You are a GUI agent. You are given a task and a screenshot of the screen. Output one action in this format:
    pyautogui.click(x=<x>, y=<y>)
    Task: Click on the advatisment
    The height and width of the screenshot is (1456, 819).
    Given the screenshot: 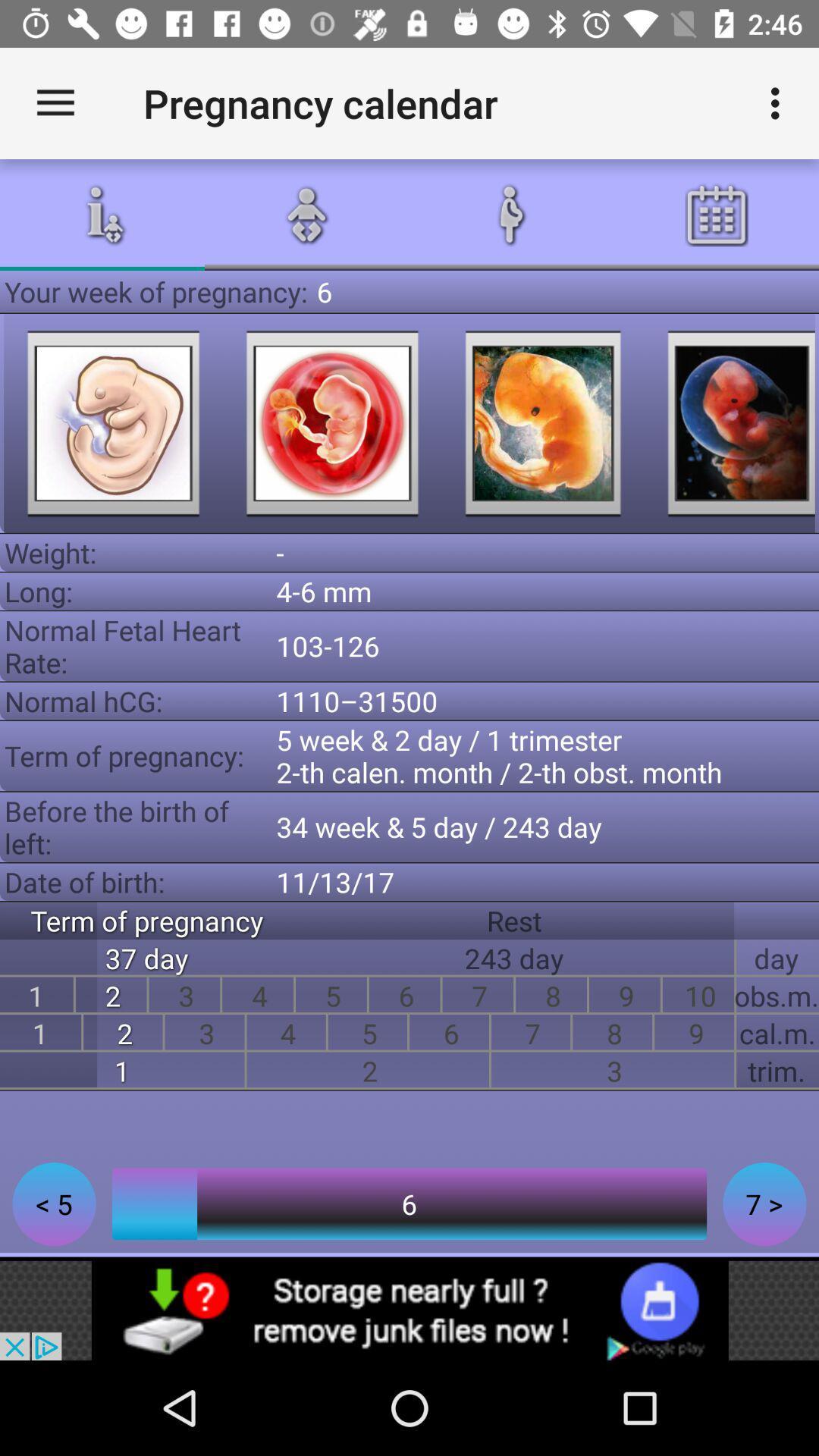 What is the action you would take?
    pyautogui.click(x=409, y=1310)
    